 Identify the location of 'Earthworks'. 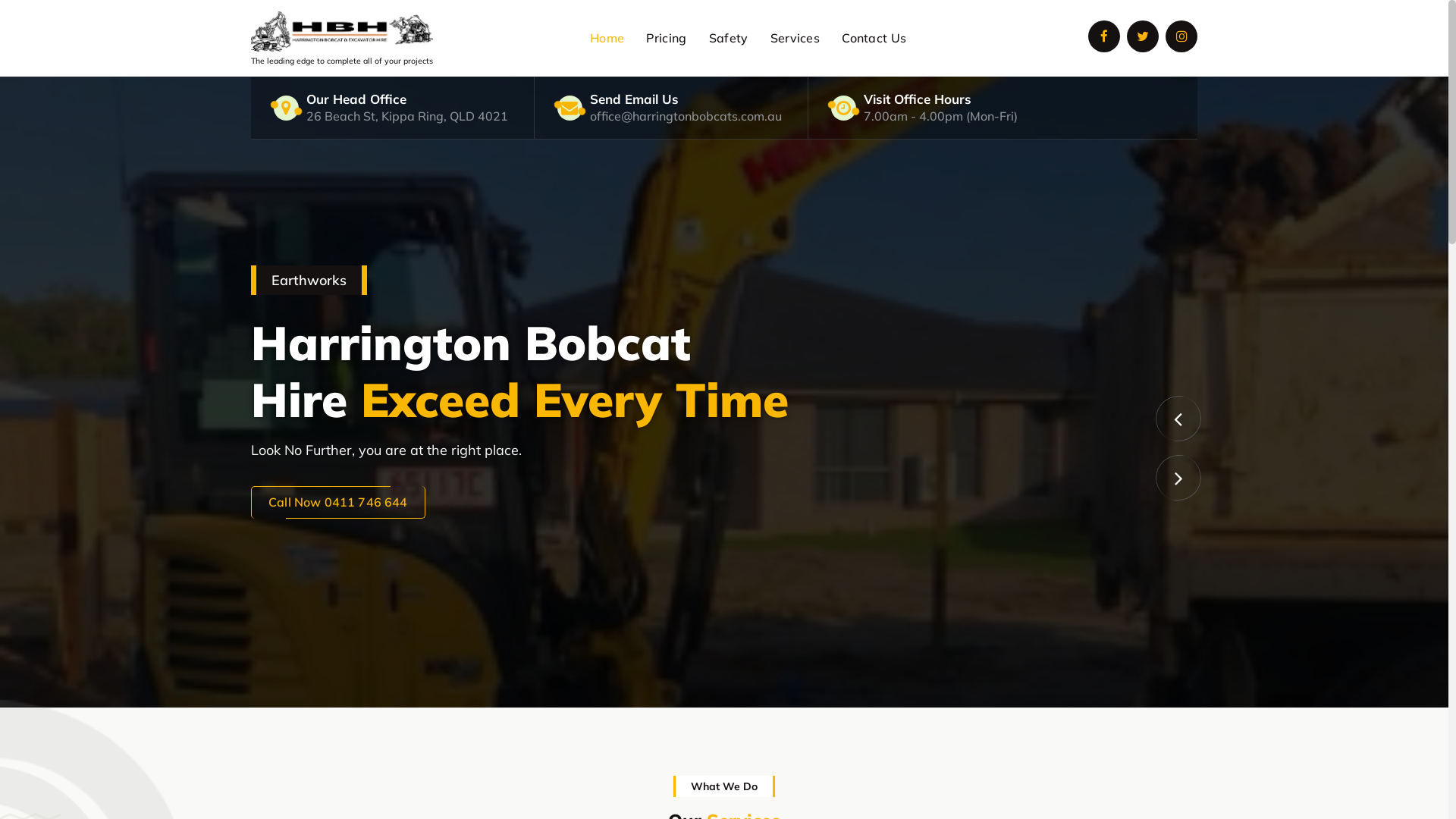
(723, 391).